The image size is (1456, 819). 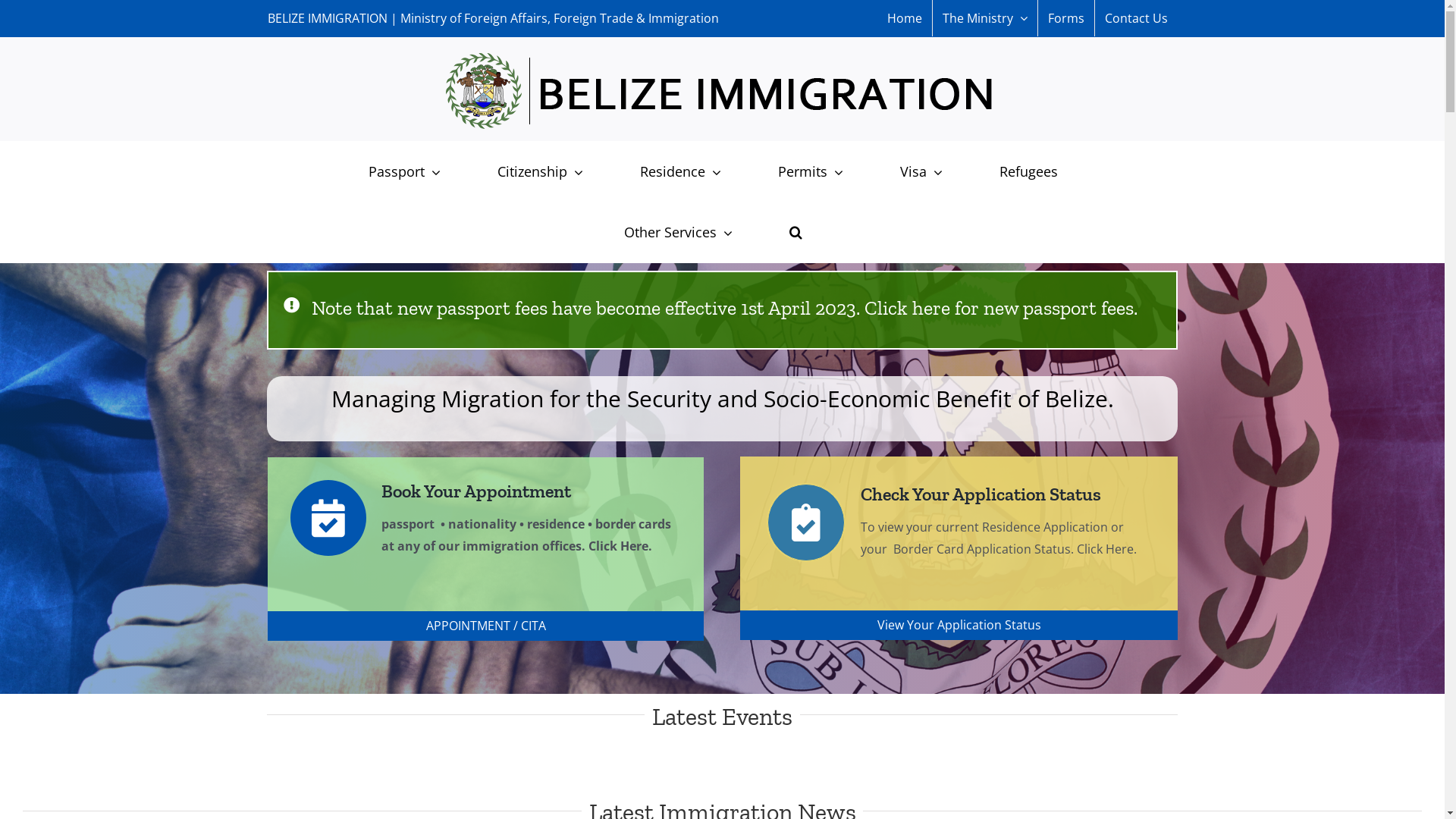 I want to click on 'Visa', so click(x=920, y=171).